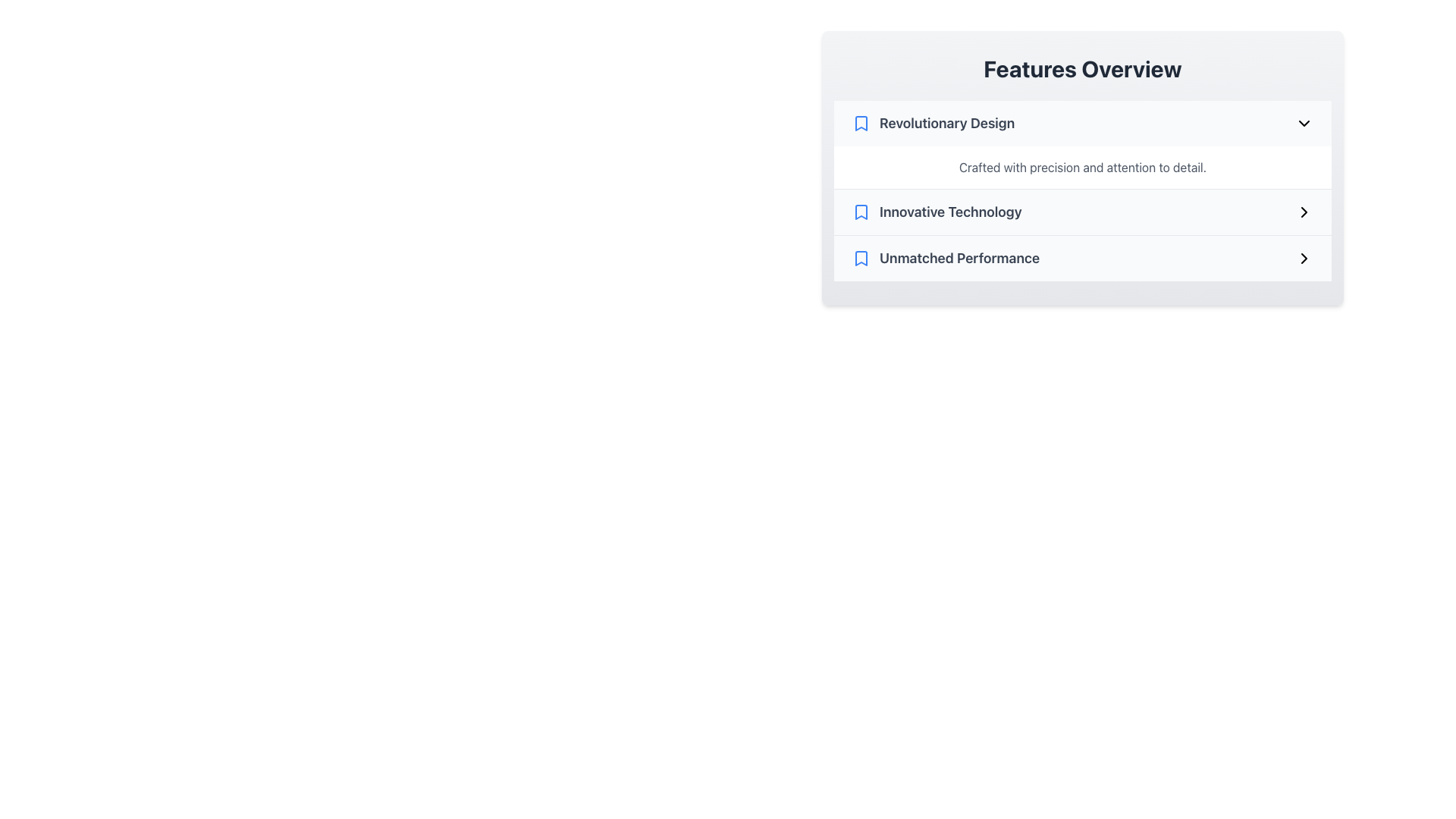 The image size is (1456, 819). Describe the element at coordinates (861, 122) in the screenshot. I see `the blue bookmark-shaped icon located to the left of the text 'Revolutionary Design' in the Features Overview section, which is the first icon in the list` at that location.